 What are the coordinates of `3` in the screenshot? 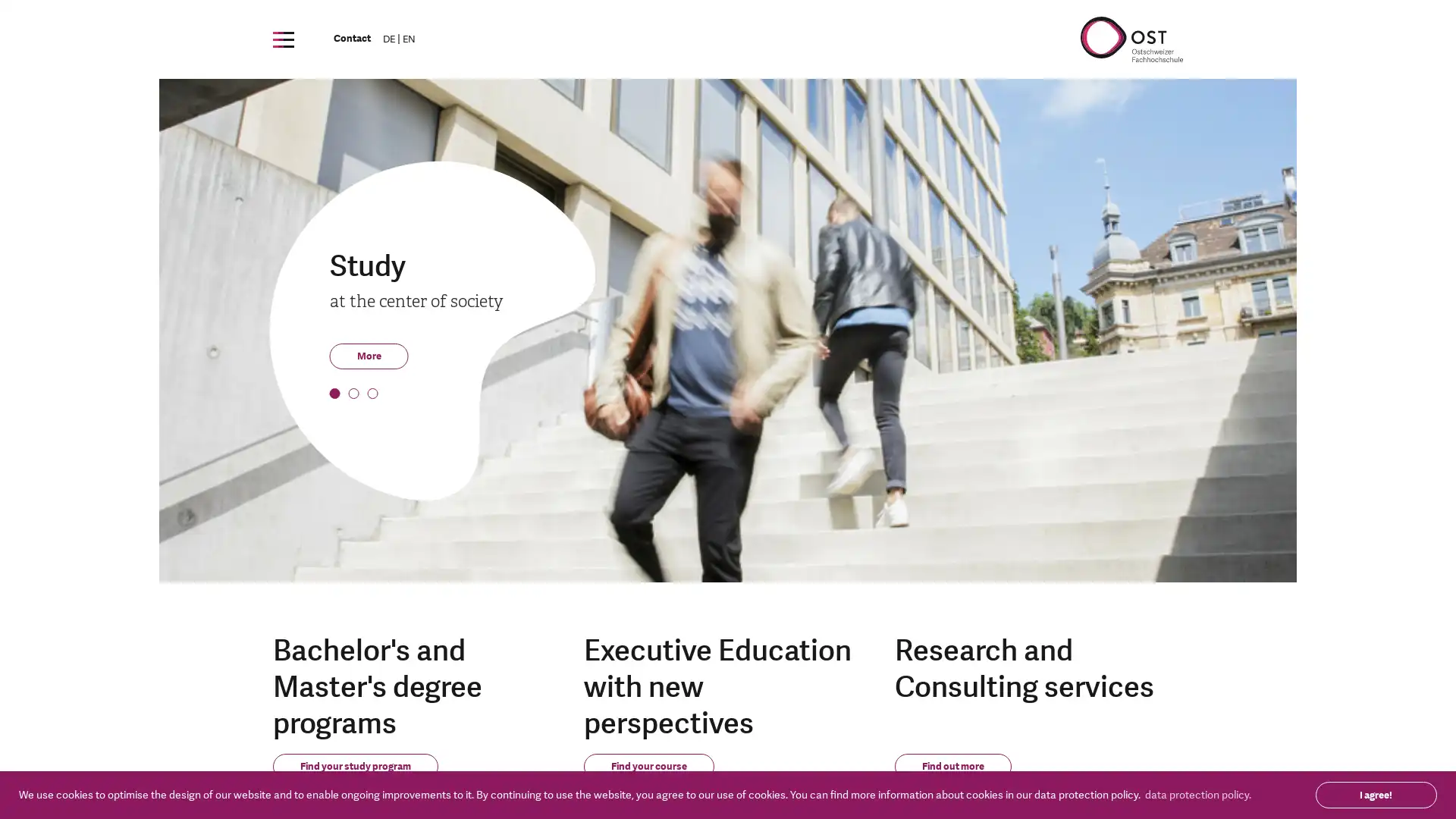 It's located at (376, 443).